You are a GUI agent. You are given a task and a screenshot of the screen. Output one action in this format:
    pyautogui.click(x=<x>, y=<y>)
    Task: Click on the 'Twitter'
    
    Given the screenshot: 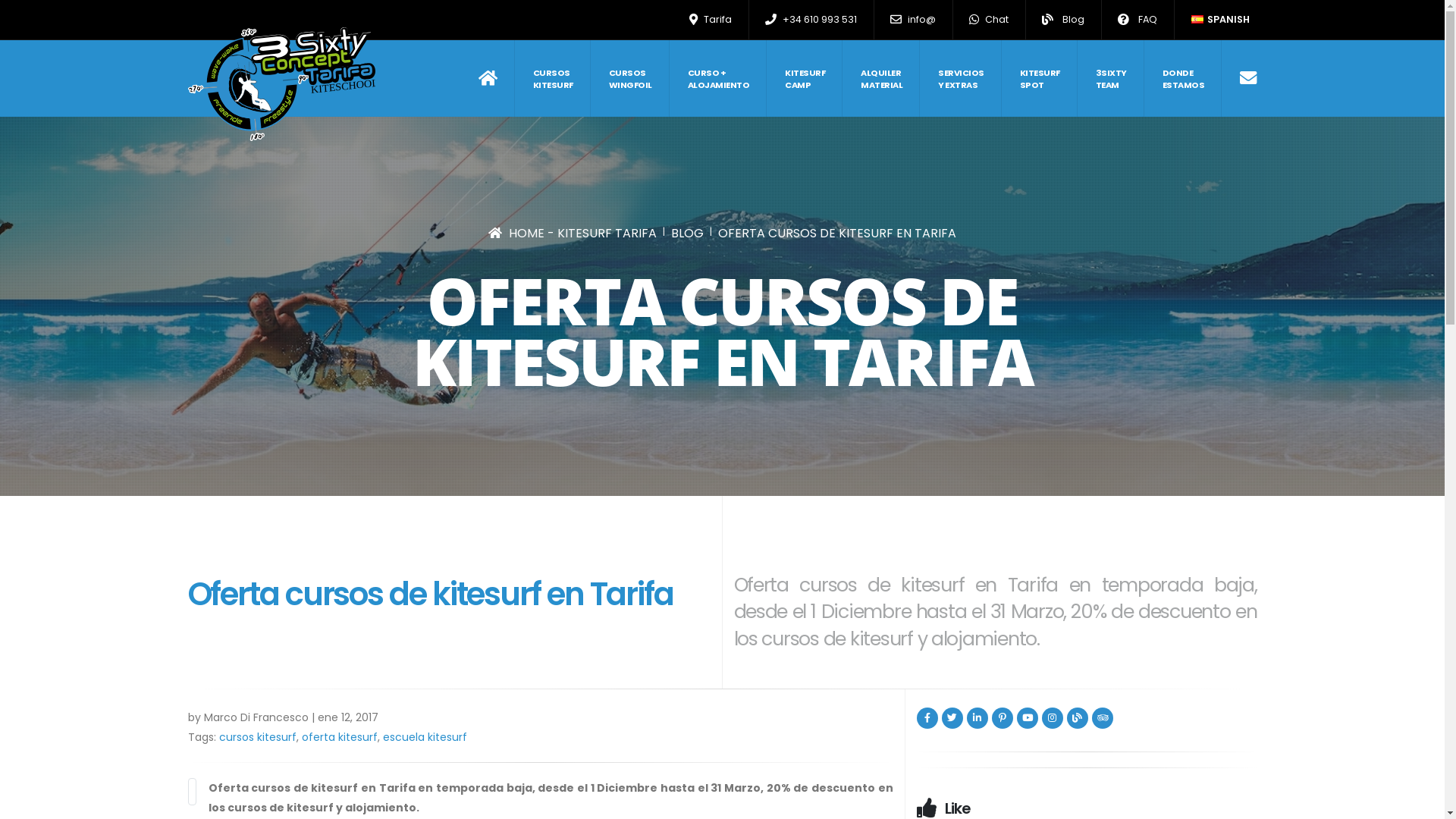 What is the action you would take?
    pyautogui.click(x=952, y=717)
    